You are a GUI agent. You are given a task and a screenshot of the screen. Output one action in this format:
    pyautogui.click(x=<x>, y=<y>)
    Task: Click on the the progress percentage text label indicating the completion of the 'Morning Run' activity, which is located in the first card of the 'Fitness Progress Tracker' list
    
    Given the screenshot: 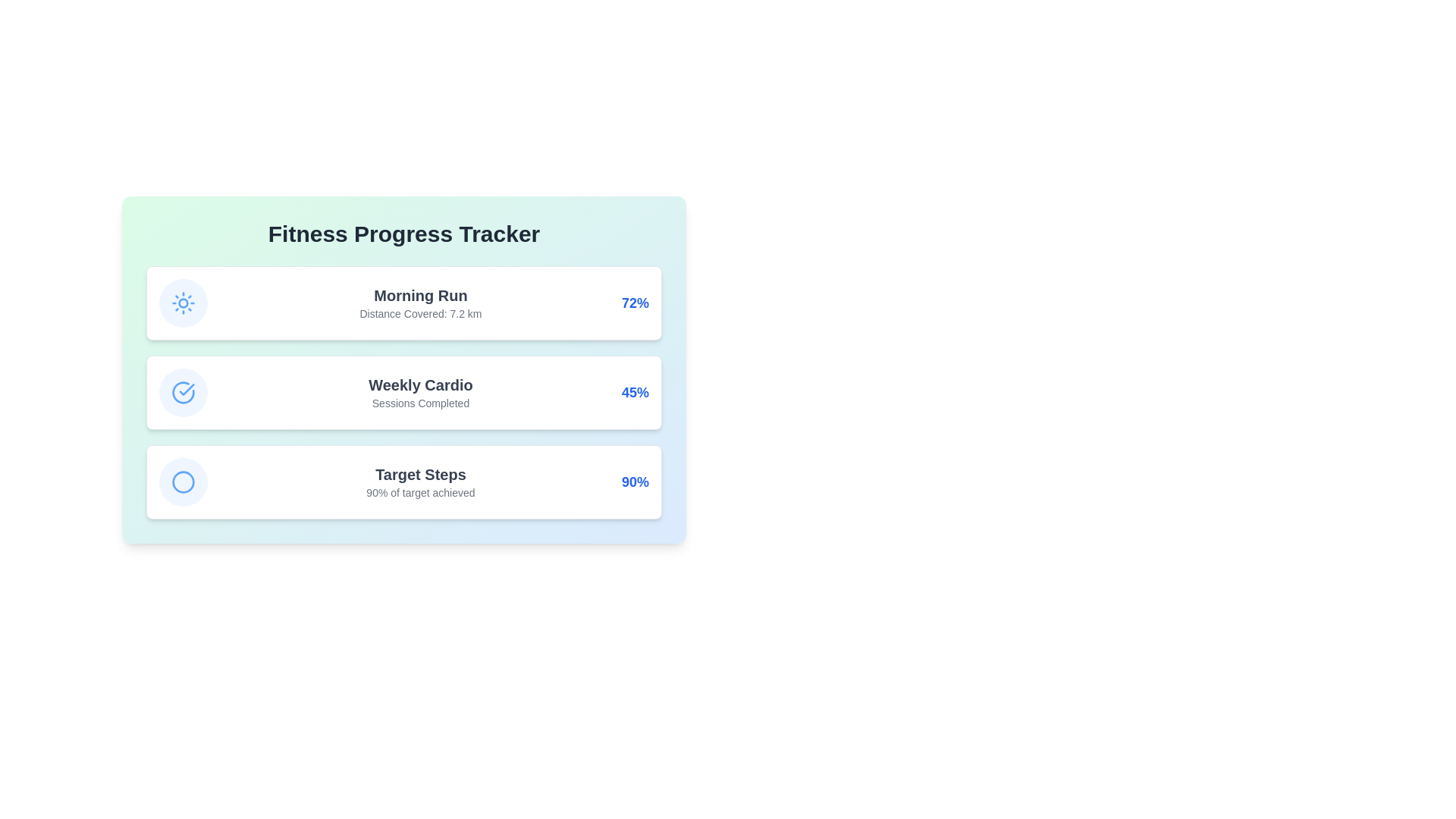 What is the action you would take?
    pyautogui.click(x=635, y=303)
    